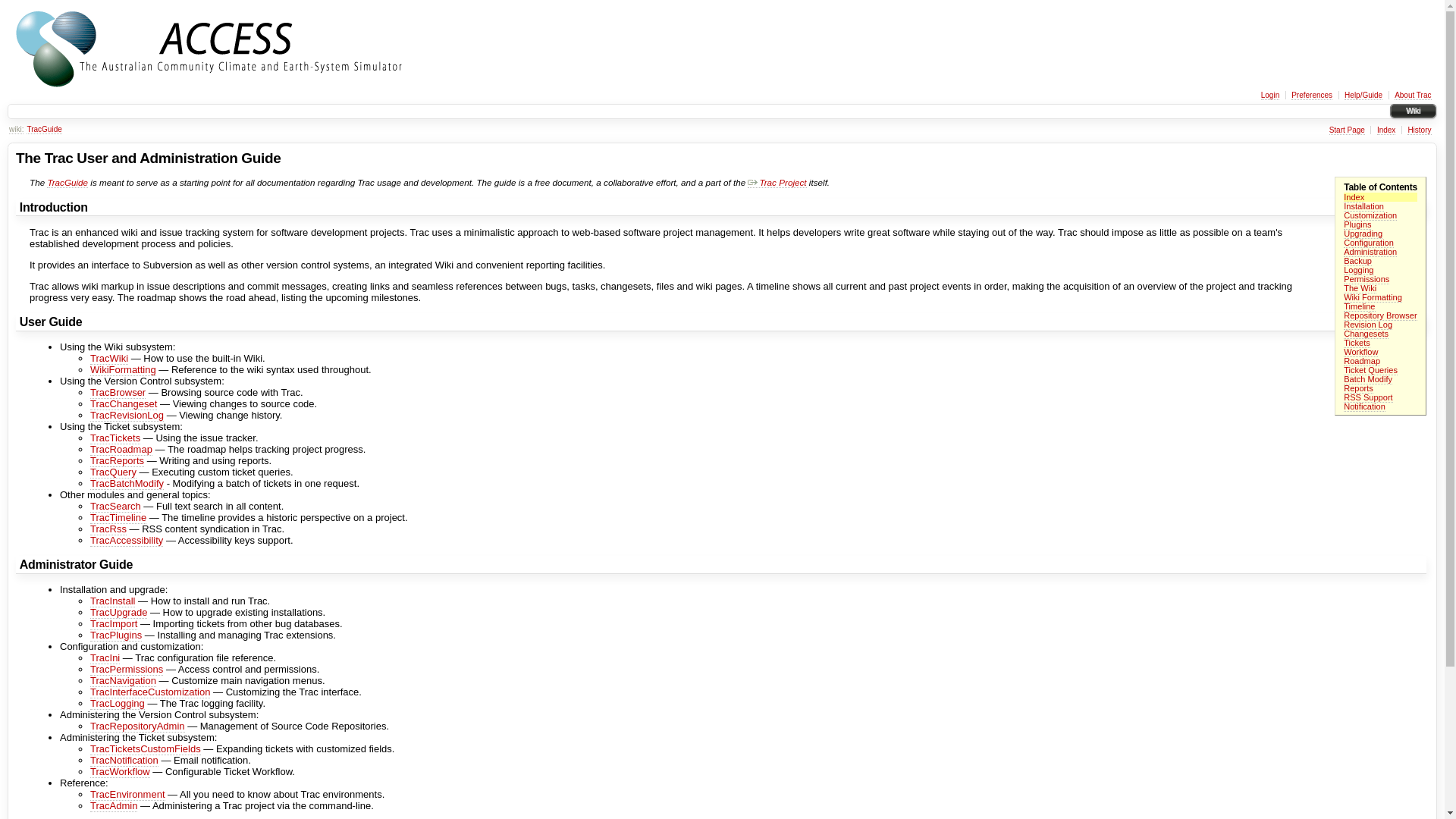  What do you see at coordinates (1343, 196) in the screenshot?
I see `'Index'` at bounding box center [1343, 196].